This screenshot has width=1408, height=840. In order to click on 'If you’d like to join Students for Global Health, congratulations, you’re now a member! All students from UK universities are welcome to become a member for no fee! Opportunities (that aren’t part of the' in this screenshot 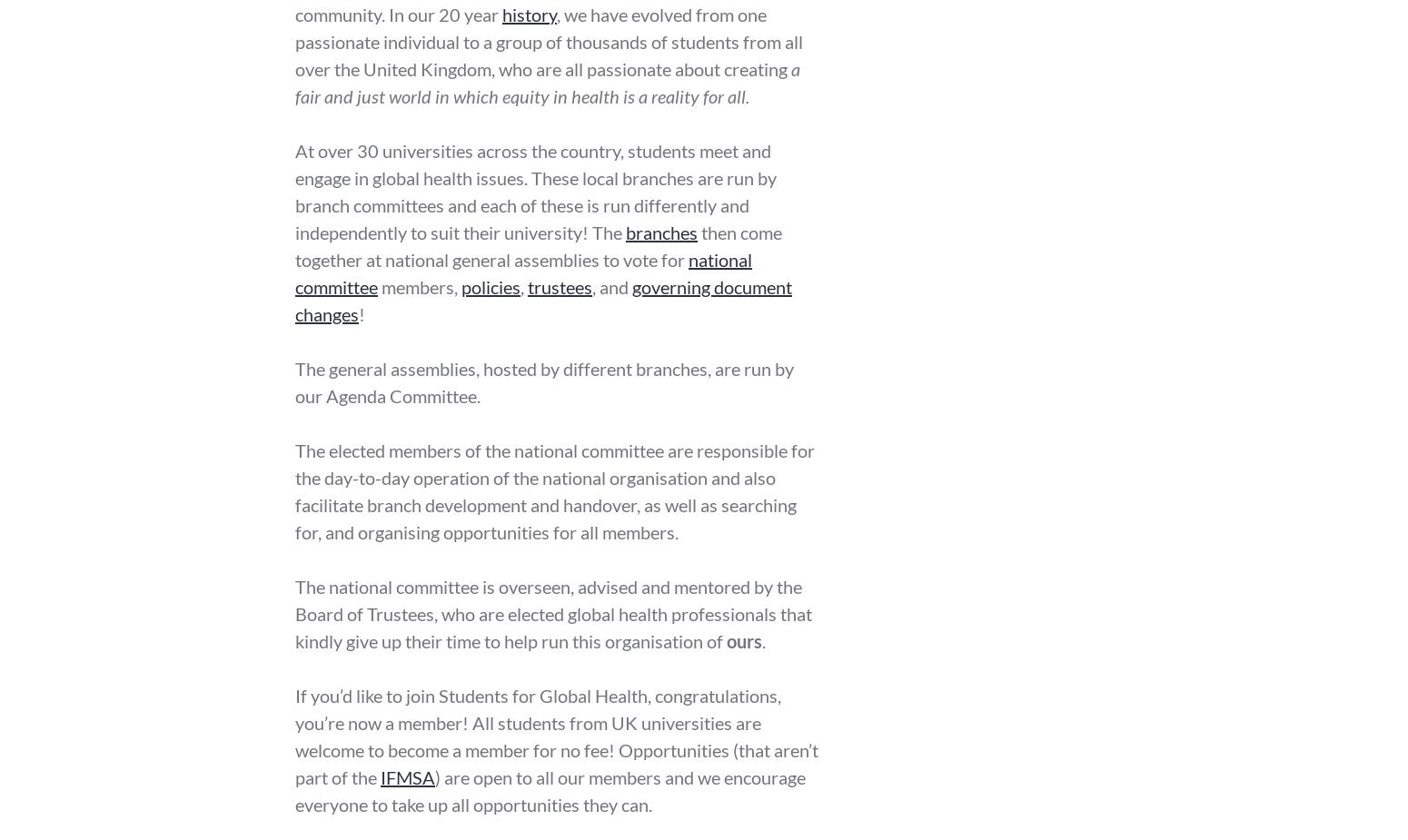, I will do `click(557, 736)`.